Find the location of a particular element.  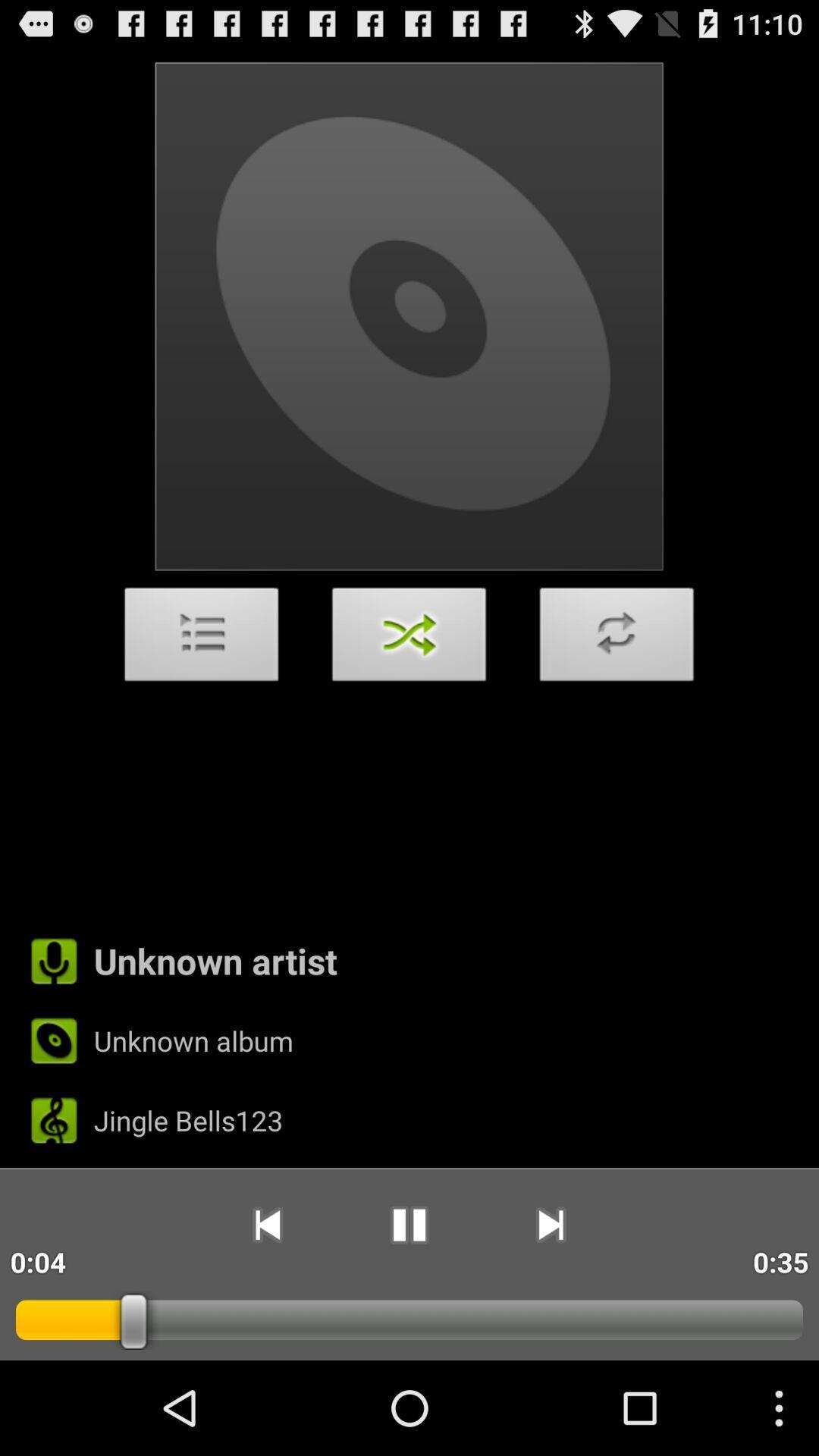

app above the unknown artist item is located at coordinates (409, 639).